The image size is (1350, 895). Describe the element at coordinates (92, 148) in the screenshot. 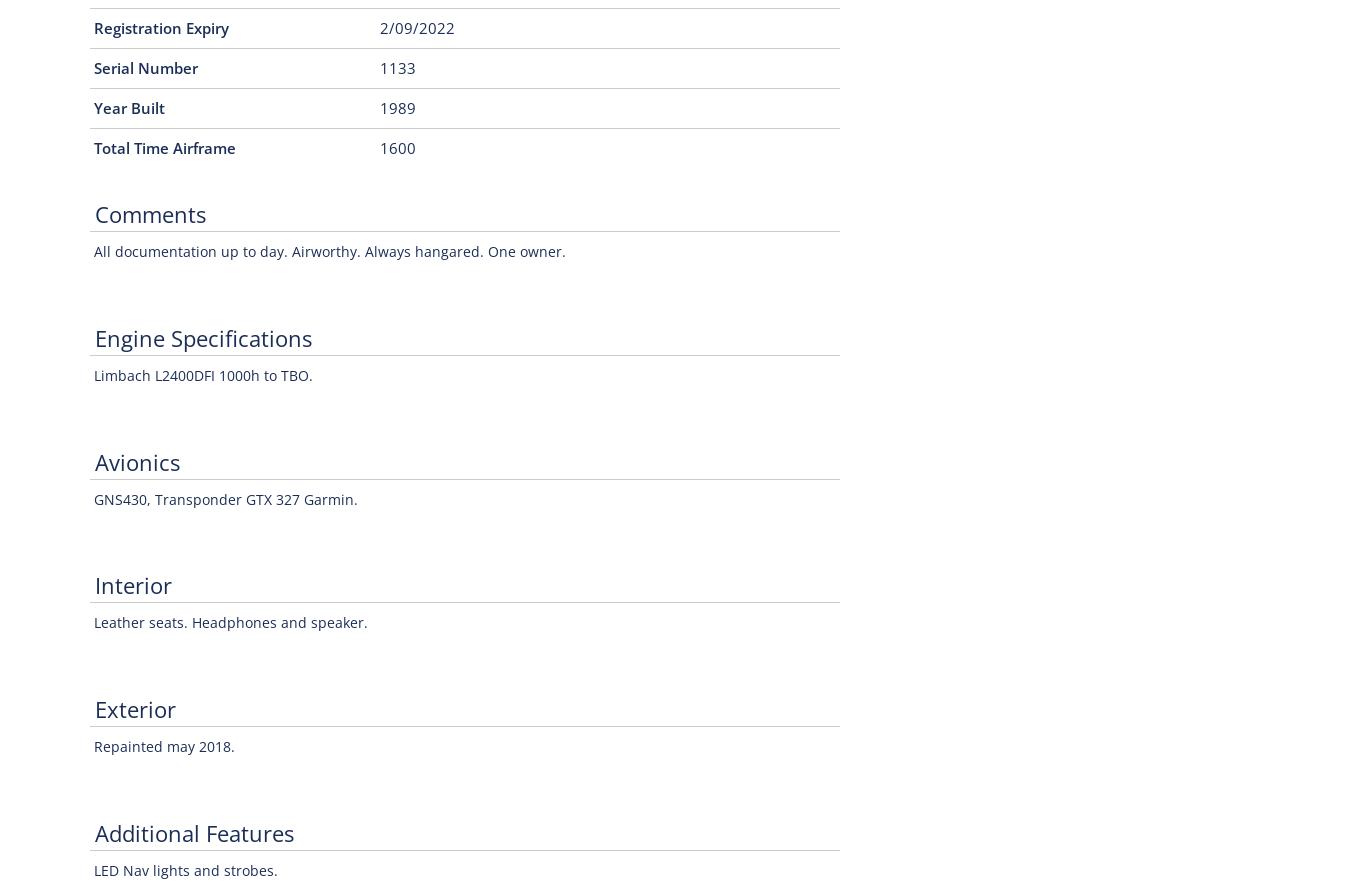

I see `'Total Time Airframe'` at that location.